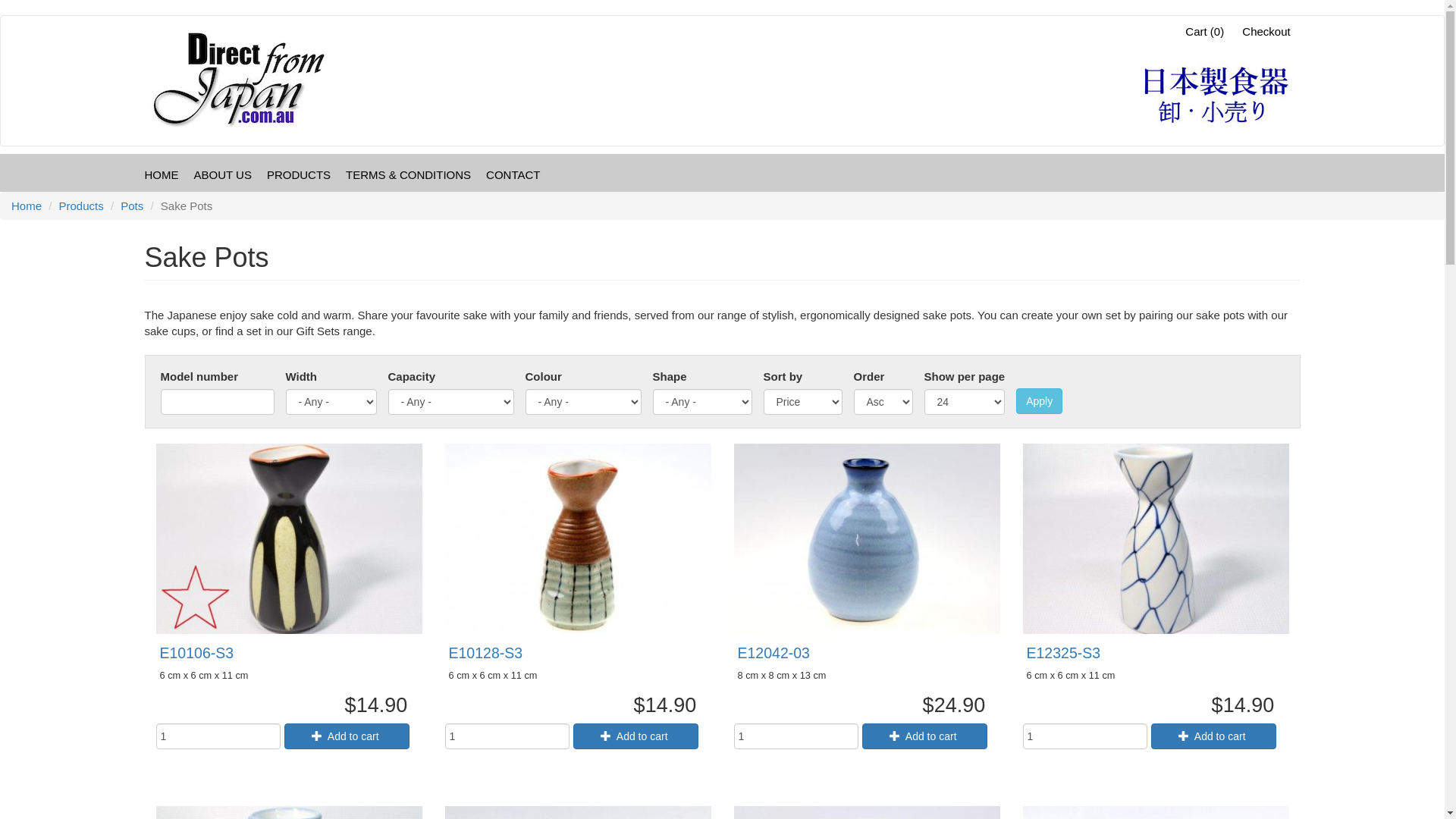 The height and width of the screenshot is (819, 1456). I want to click on 'Add to cart', so click(862, 736).